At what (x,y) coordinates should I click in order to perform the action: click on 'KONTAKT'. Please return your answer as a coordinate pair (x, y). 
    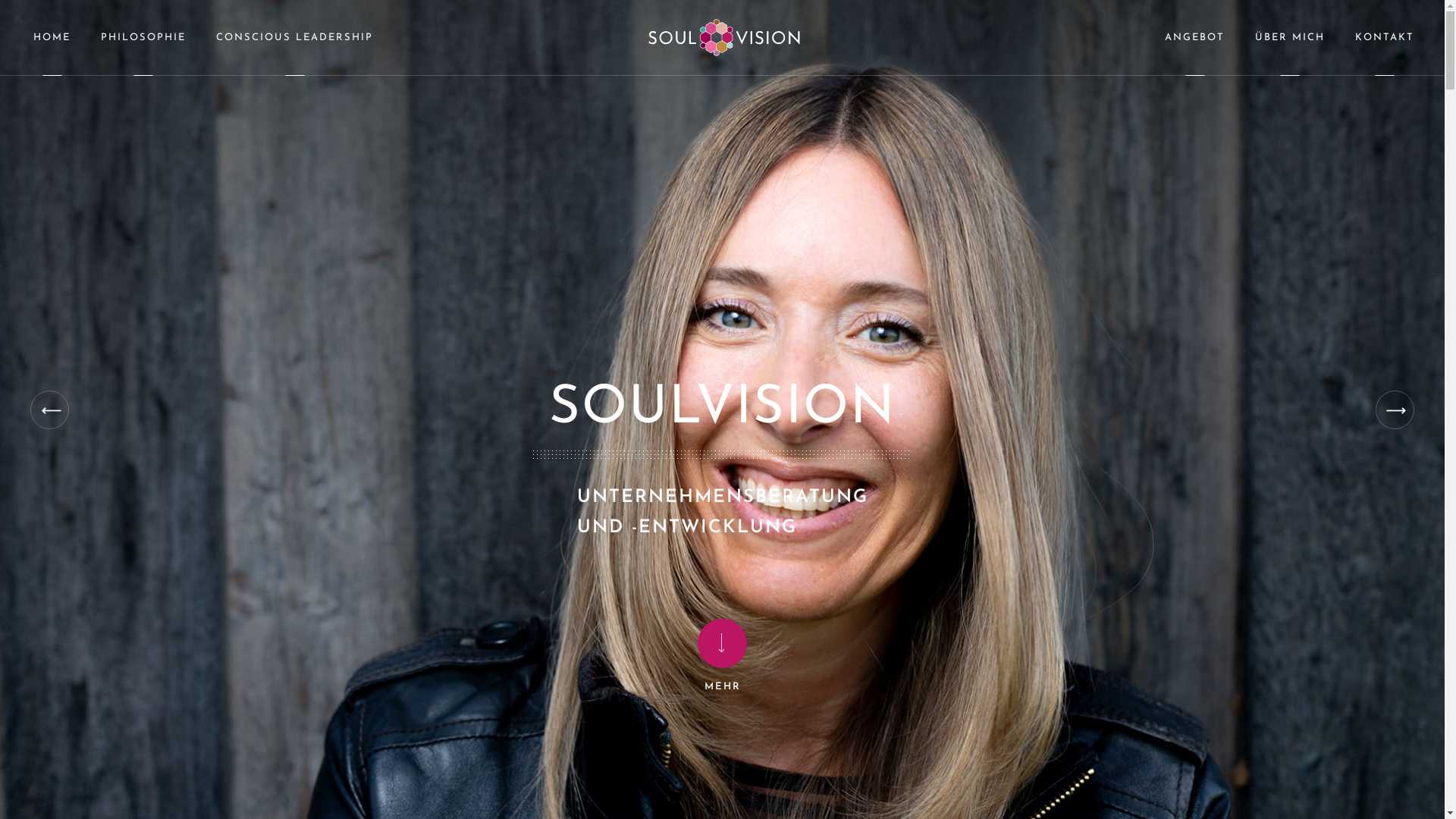
    Looking at the image, I should click on (1384, 36).